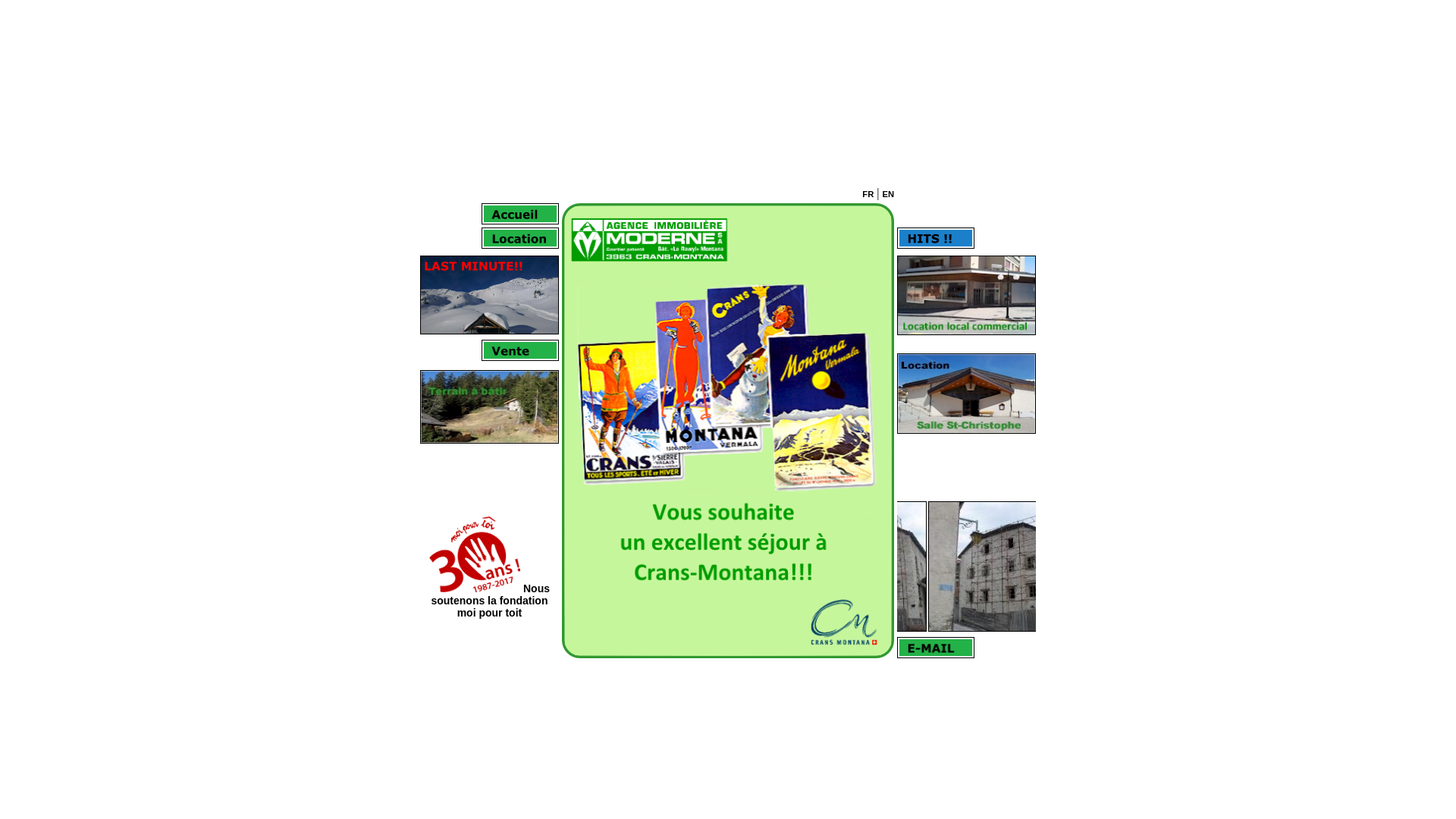 Image resolution: width=1456 pixels, height=819 pixels. I want to click on 'EN', so click(888, 193).